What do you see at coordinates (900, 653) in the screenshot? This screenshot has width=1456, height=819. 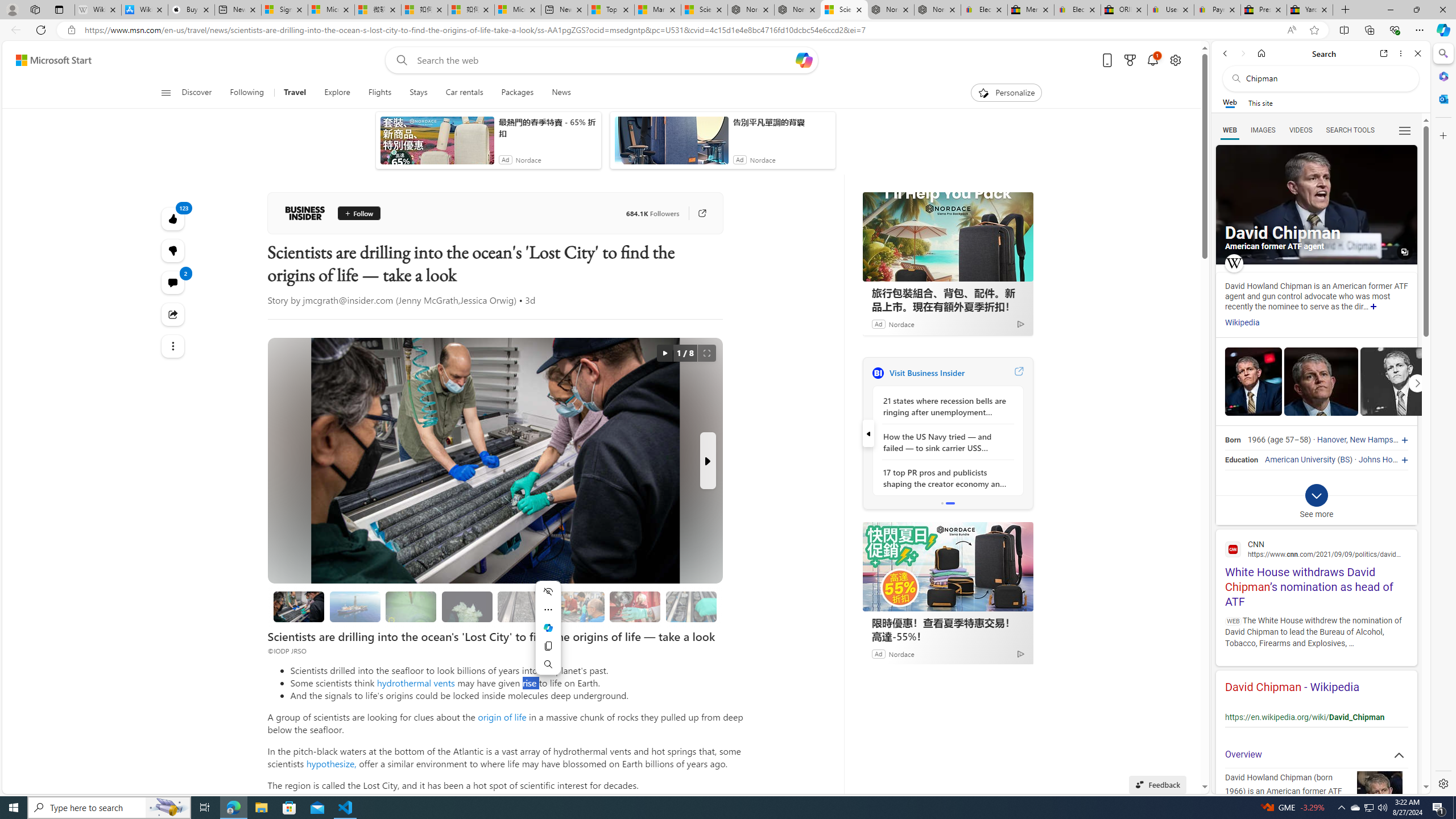 I see `'Nordace'` at bounding box center [900, 653].